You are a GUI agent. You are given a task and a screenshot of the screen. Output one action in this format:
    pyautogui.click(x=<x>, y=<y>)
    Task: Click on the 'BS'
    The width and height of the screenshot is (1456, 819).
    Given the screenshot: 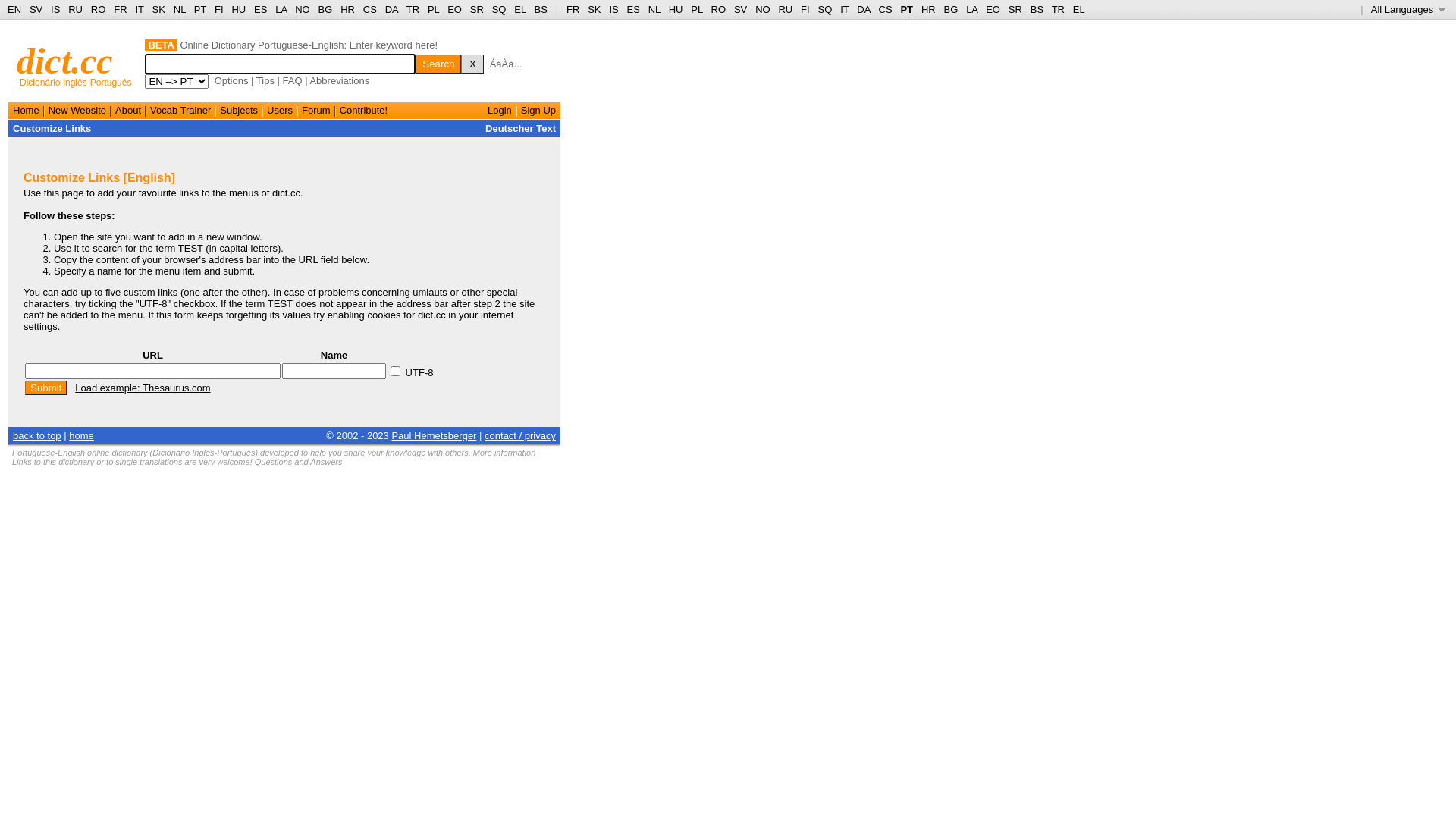 What is the action you would take?
    pyautogui.click(x=541, y=9)
    